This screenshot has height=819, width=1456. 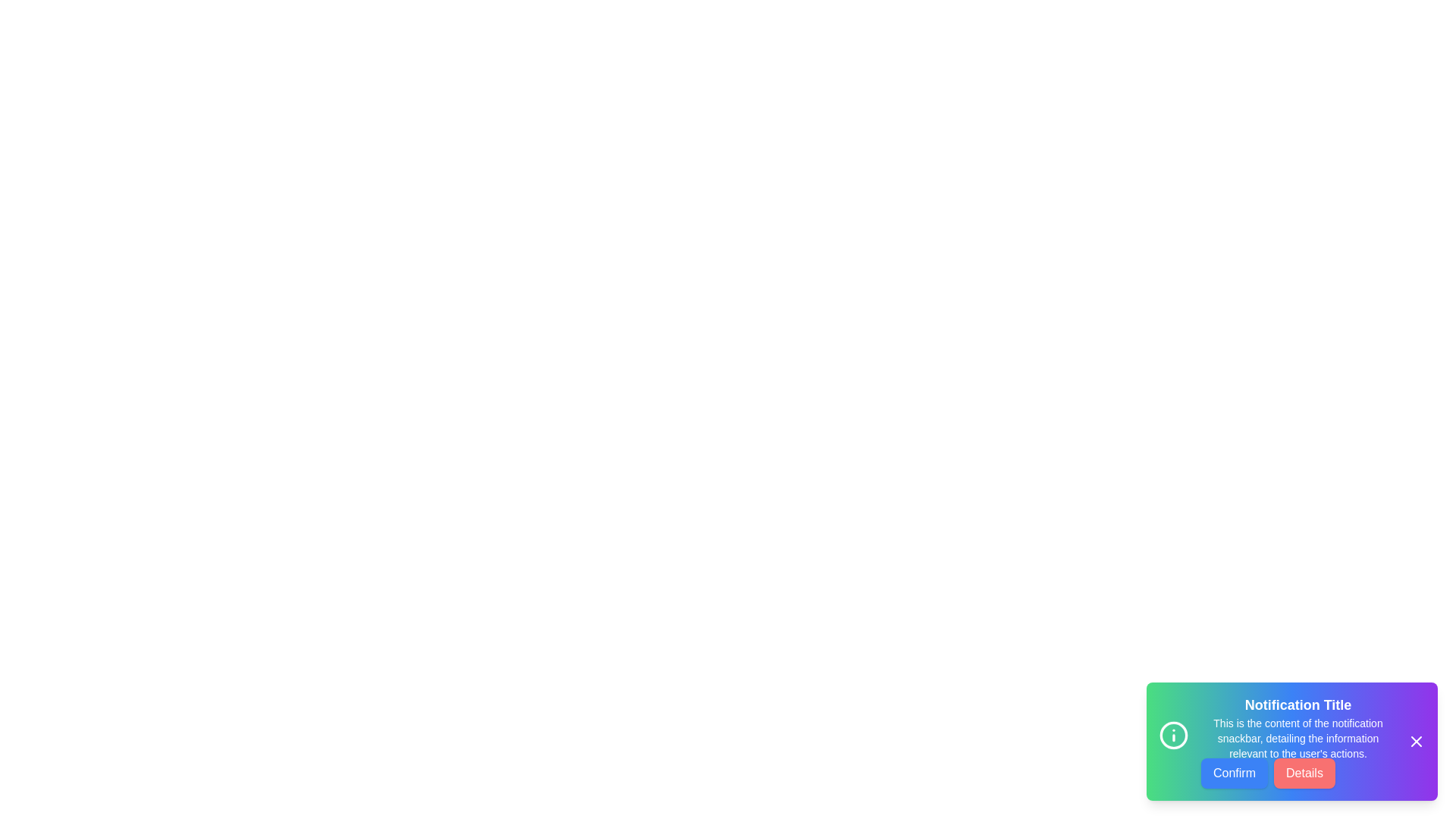 What do you see at coordinates (1415, 741) in the screenshot?
I see `'Close' button to dismiss the notification` at bounding box center [1415, 741].